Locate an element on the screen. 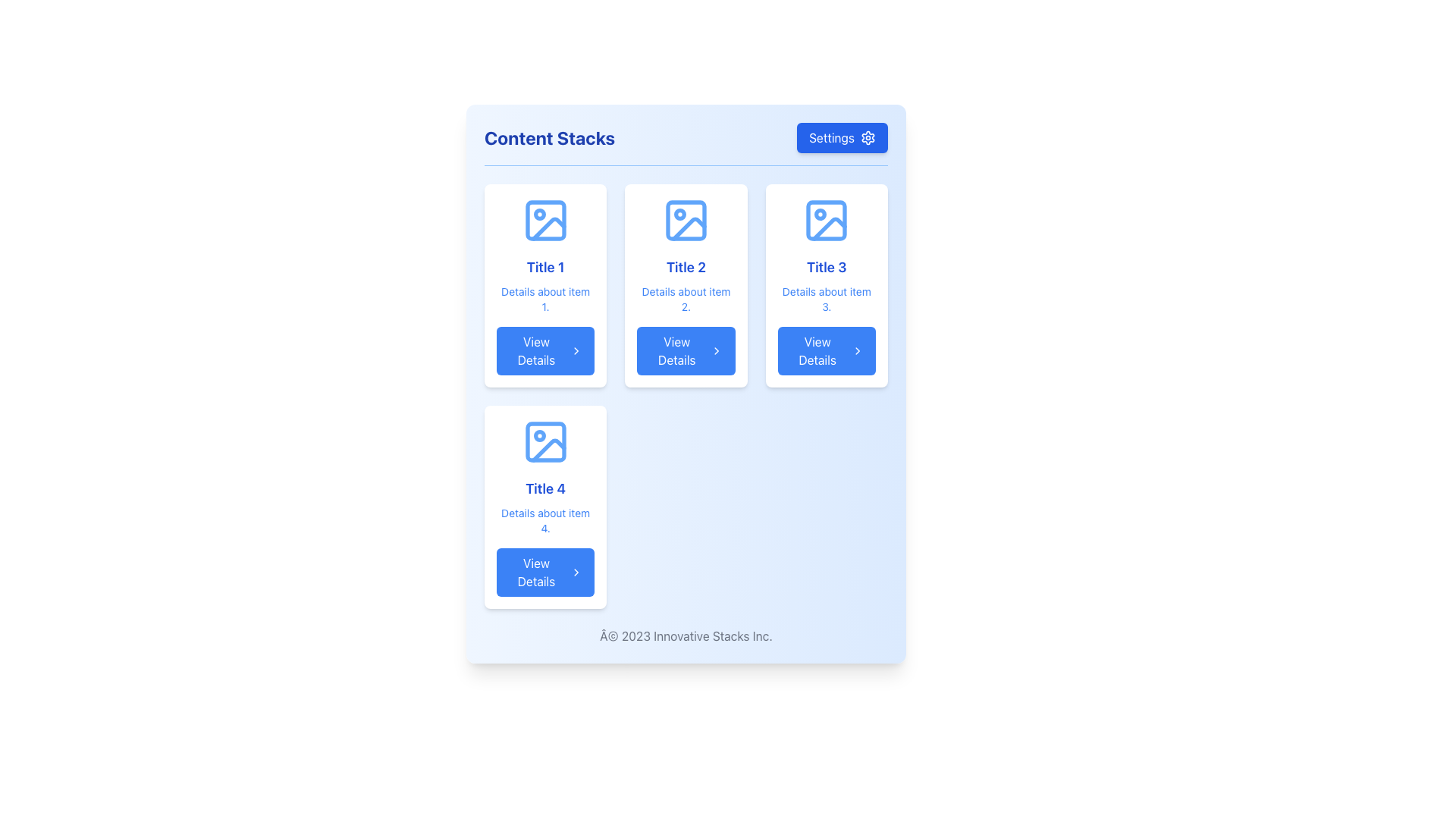  heading text 'Title 2' which is styled in bold and blue color, located in the second card of the top row in the grid layout is located at coordinates (685, 267).